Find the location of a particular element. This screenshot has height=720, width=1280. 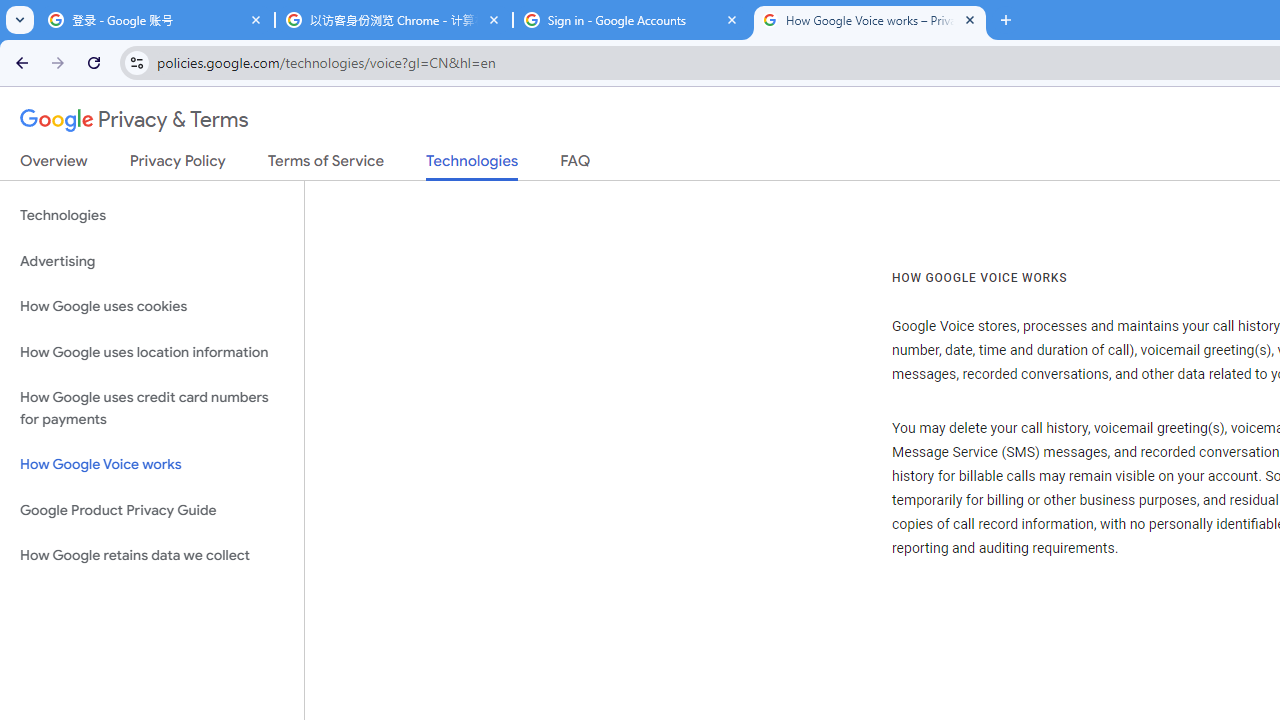

'How Google uses credit card numbers for payments' is located at coordinates (151, 407).